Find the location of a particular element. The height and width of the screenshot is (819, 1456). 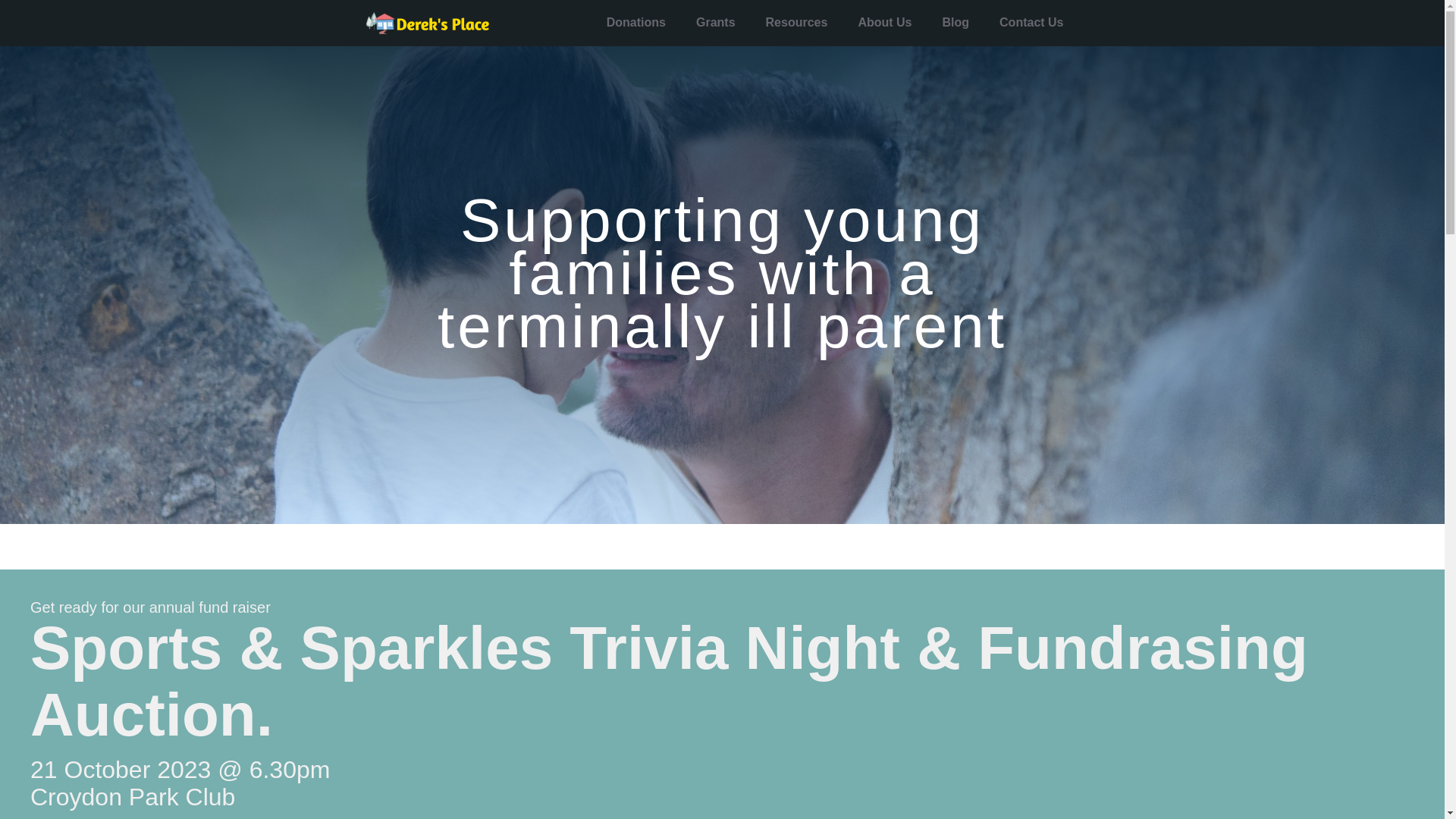

'Contact Us' is located at coordinates (1031, 23).